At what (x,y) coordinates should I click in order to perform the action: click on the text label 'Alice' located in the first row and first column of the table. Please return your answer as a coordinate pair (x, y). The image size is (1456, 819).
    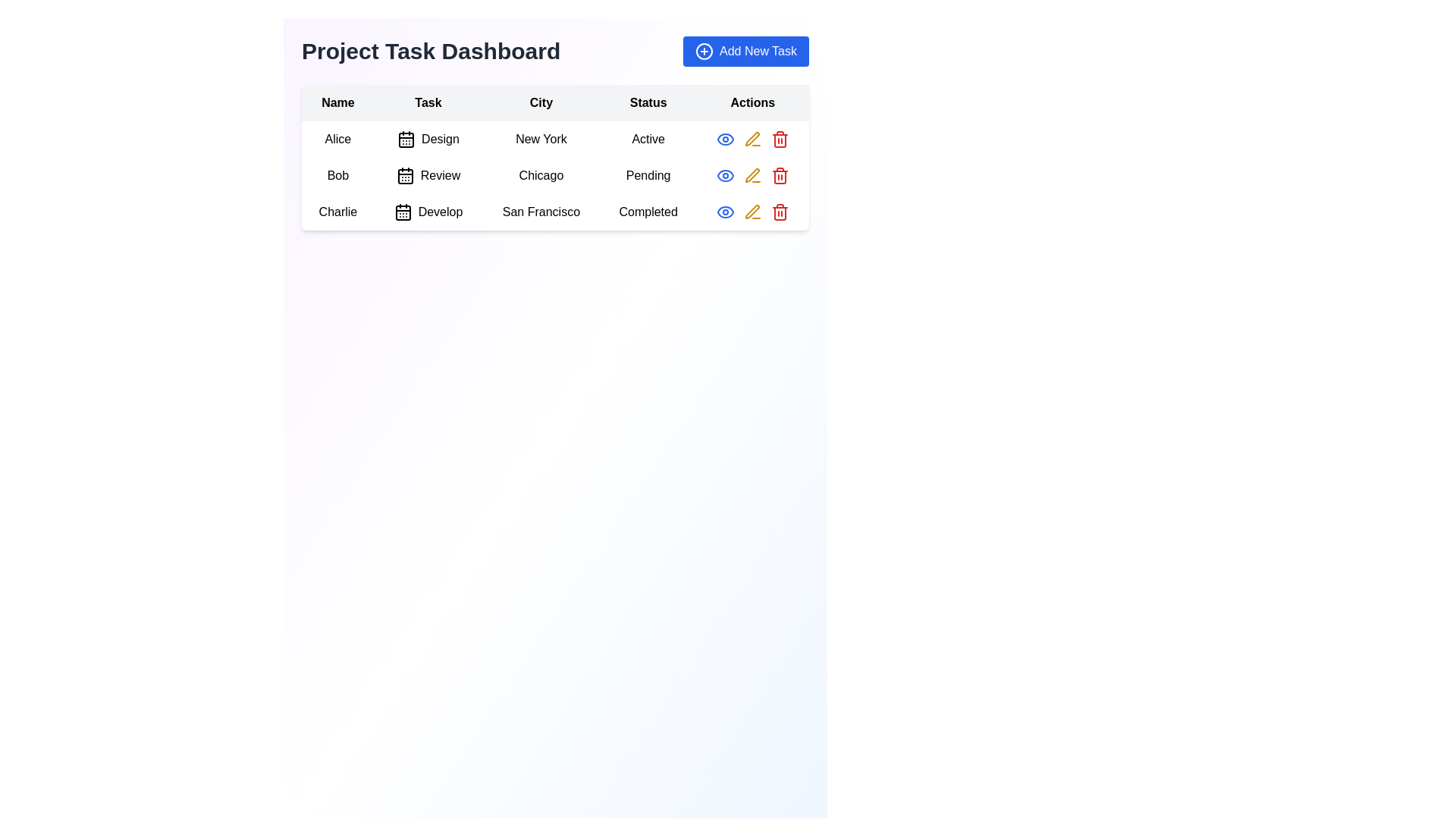
    Looking at the image, I should click on (337, 140).